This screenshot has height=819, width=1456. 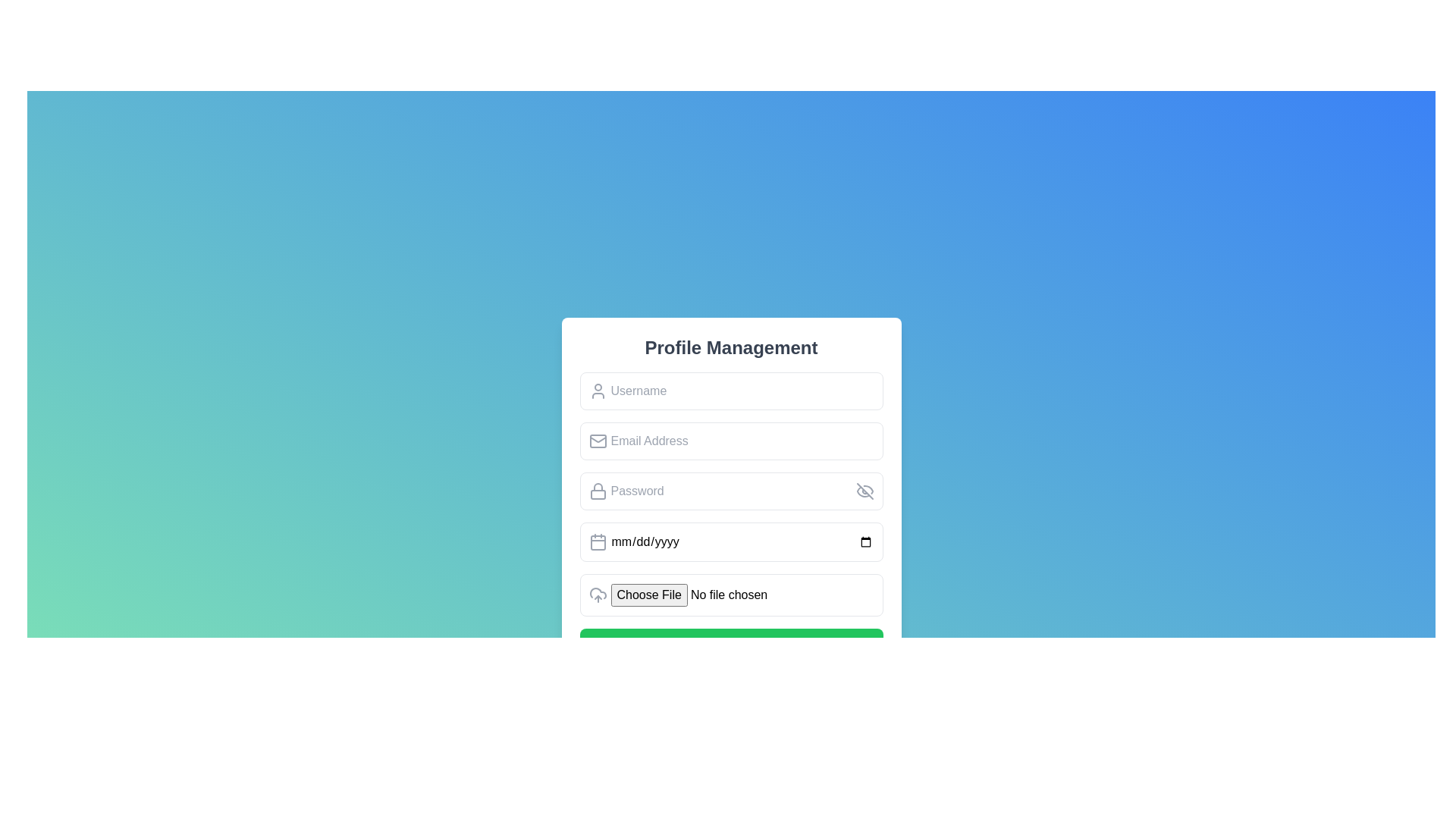 What do you see at coordinates (731, 595) in the screenshot?
I see `the 'Choose File' input field in the 'Profile Management' form` at bounding box center [731, 595].